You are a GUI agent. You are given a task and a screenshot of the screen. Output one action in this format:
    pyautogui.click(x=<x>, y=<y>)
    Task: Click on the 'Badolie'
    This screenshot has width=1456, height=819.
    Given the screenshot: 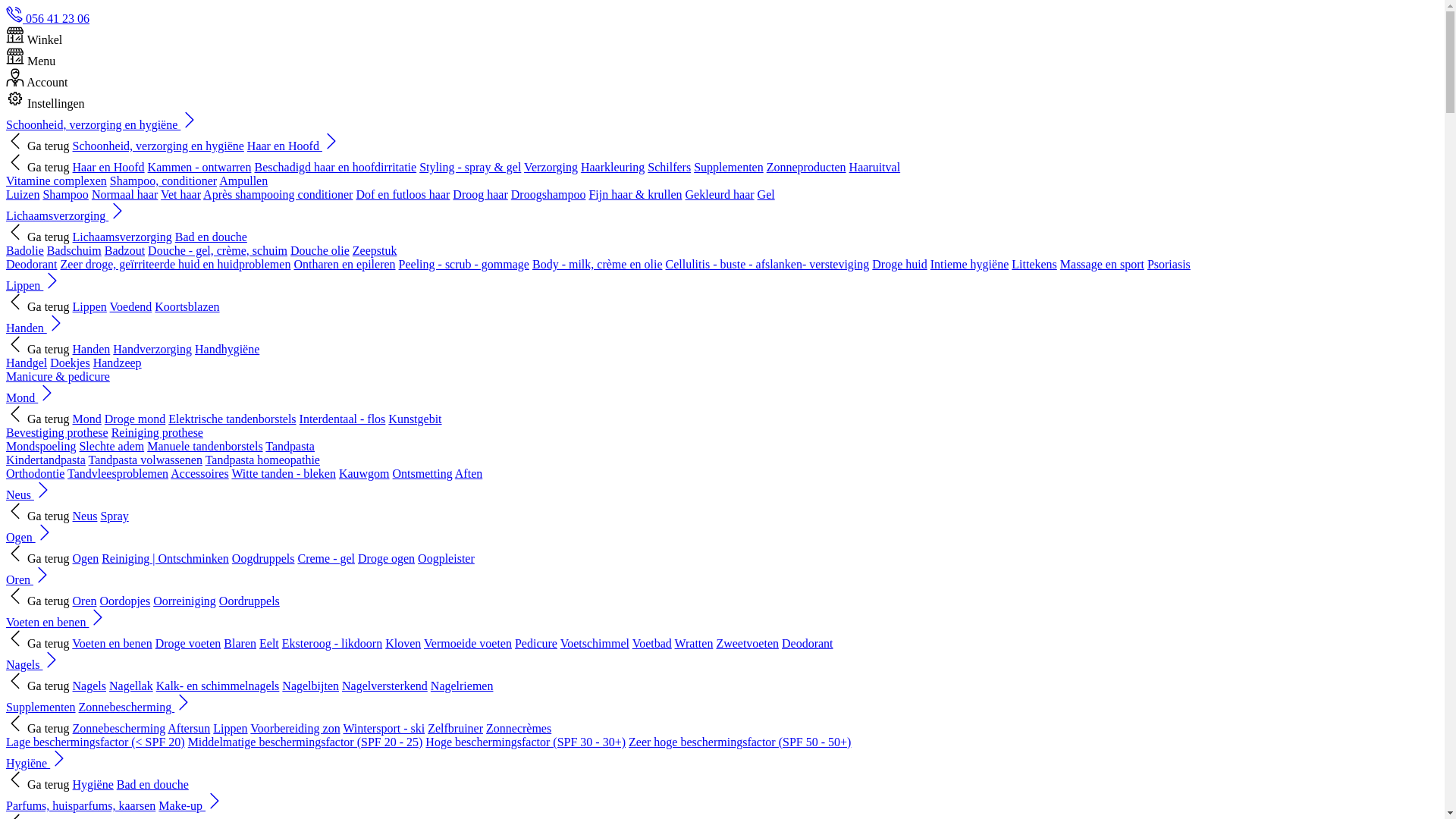 What is the action you would take?
    pyautogui.click(x=25, y=249)
    